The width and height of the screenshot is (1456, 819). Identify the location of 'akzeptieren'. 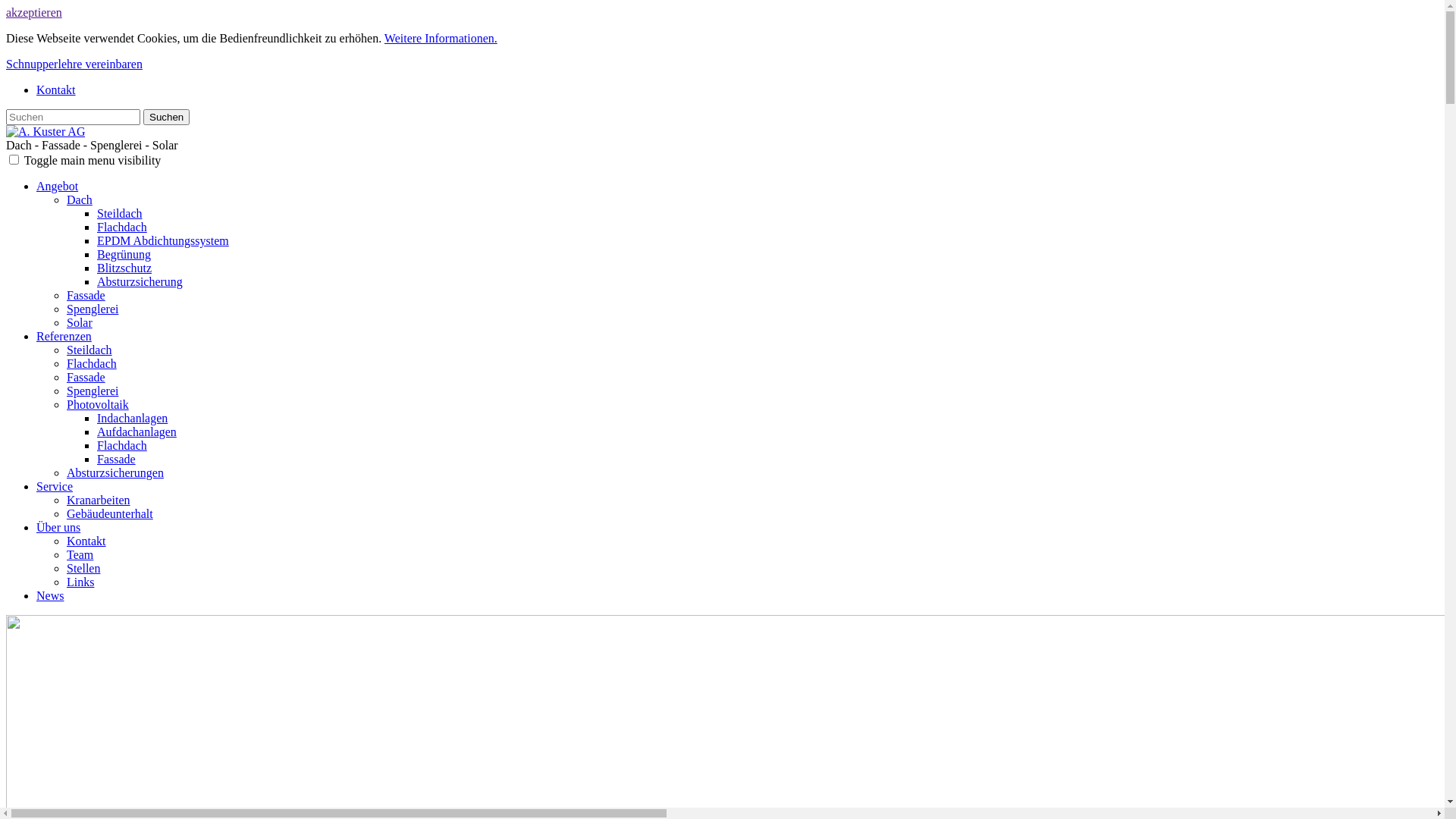
(33, 12).